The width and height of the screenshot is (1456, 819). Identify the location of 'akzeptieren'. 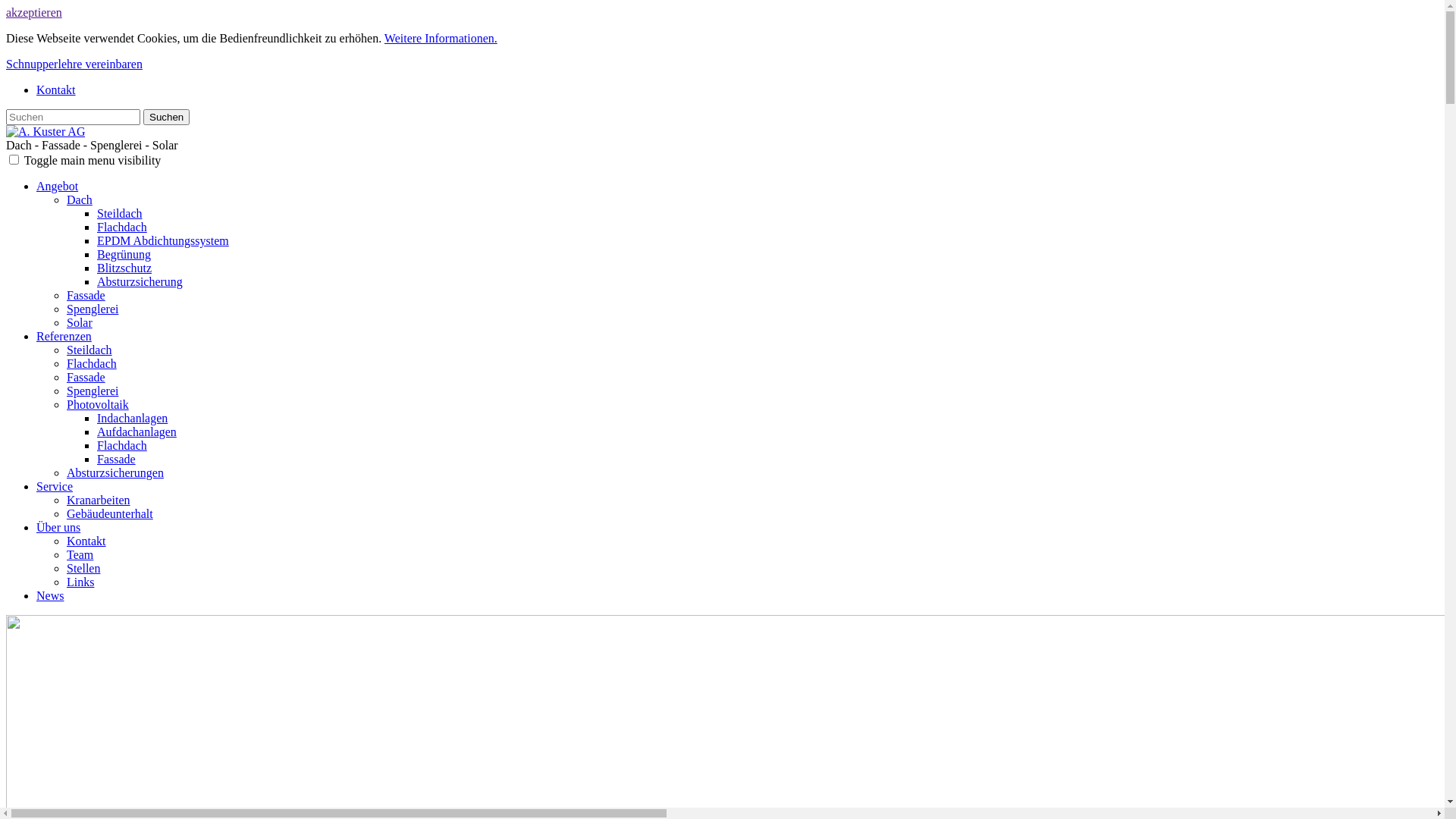
(33, 12).